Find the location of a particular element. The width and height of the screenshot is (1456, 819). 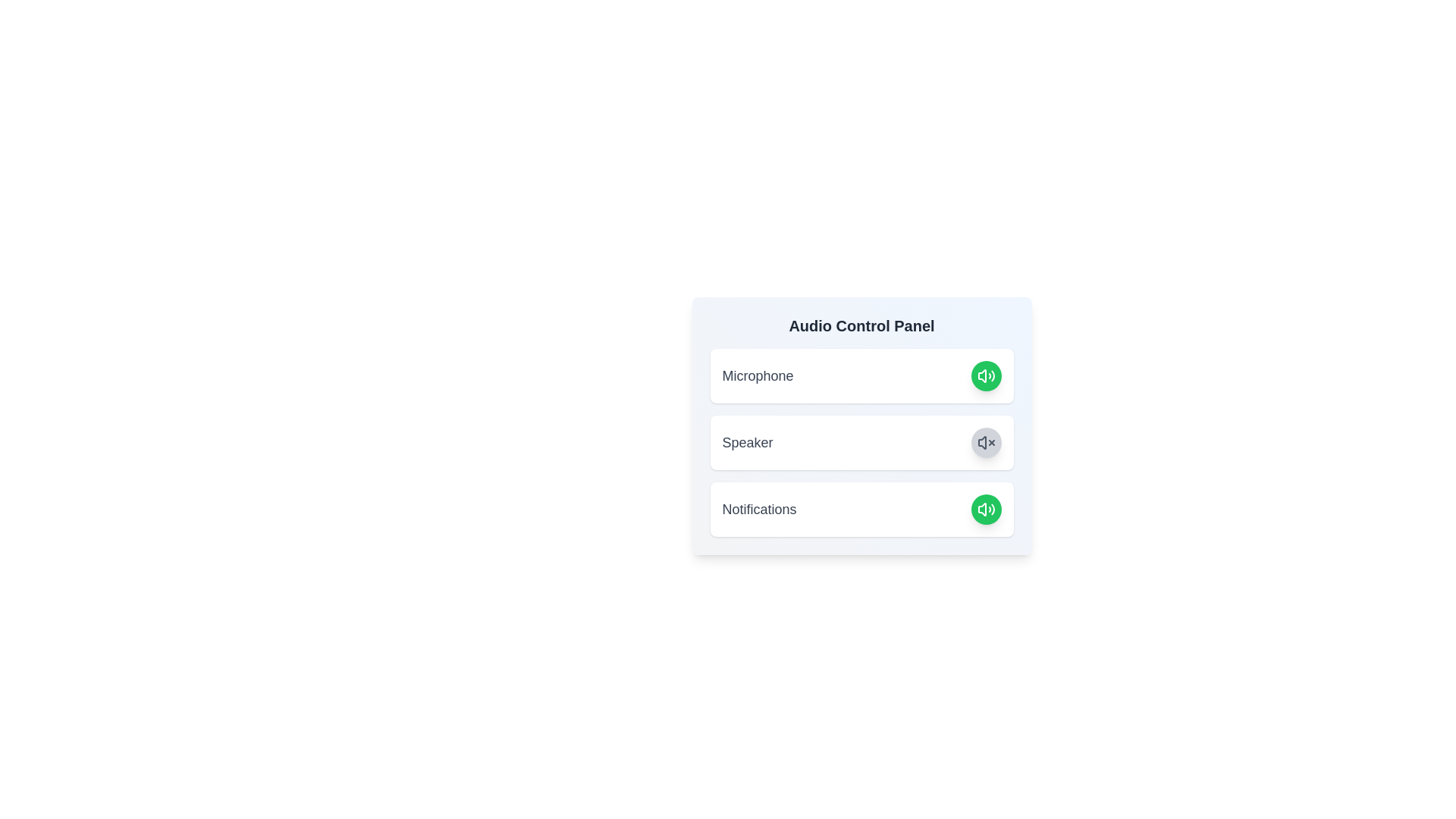

the toggle button to mute or unmute the audio output for the 'Speaker' functionality located in the 'Speaker' section of the 'Audio Control Panel.' is located at coordinates (986, 442).